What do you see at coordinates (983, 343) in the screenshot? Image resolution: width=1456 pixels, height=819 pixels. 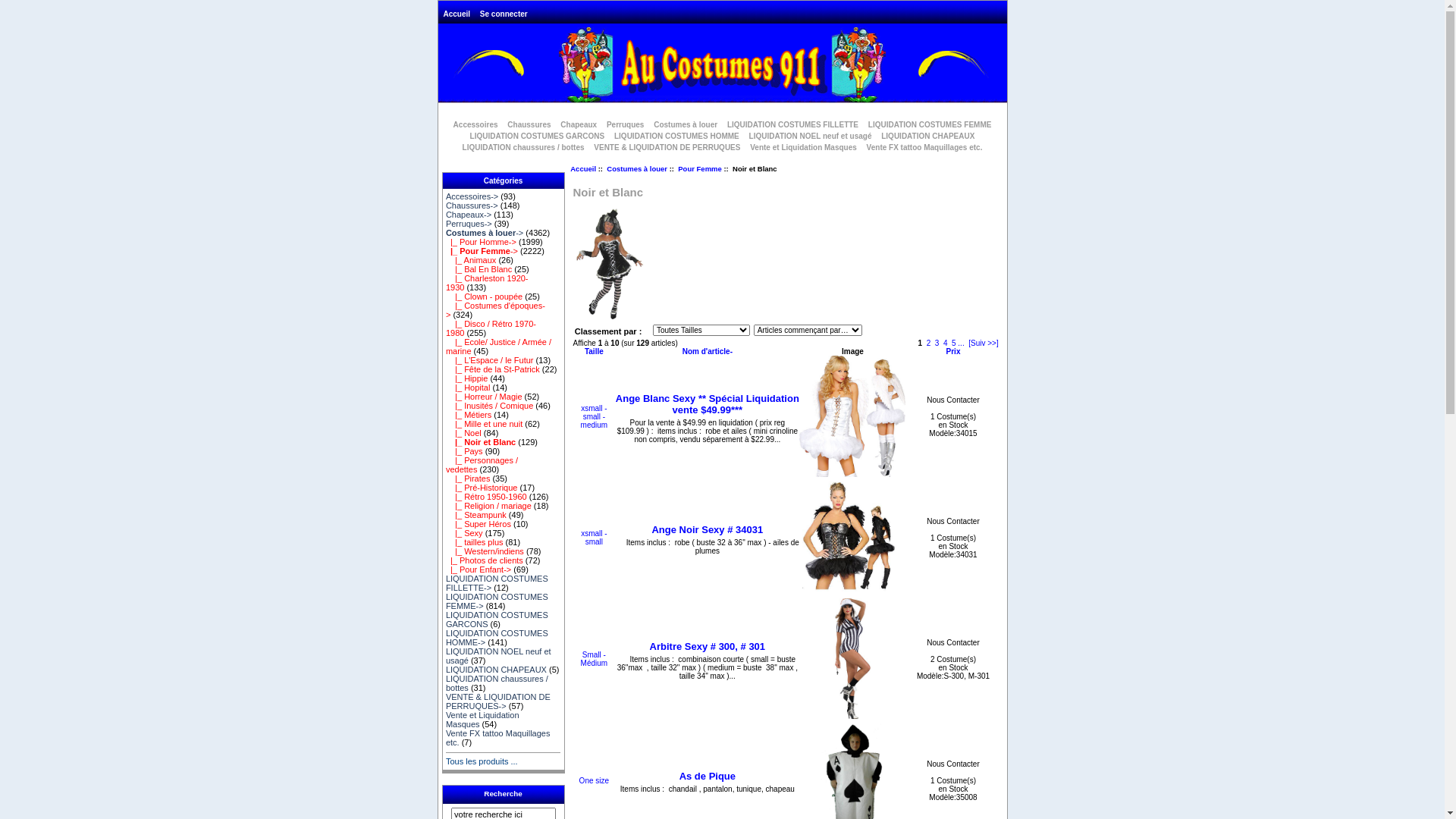 I see `'[Suiv >>]'` at bounding box center [983, 343].